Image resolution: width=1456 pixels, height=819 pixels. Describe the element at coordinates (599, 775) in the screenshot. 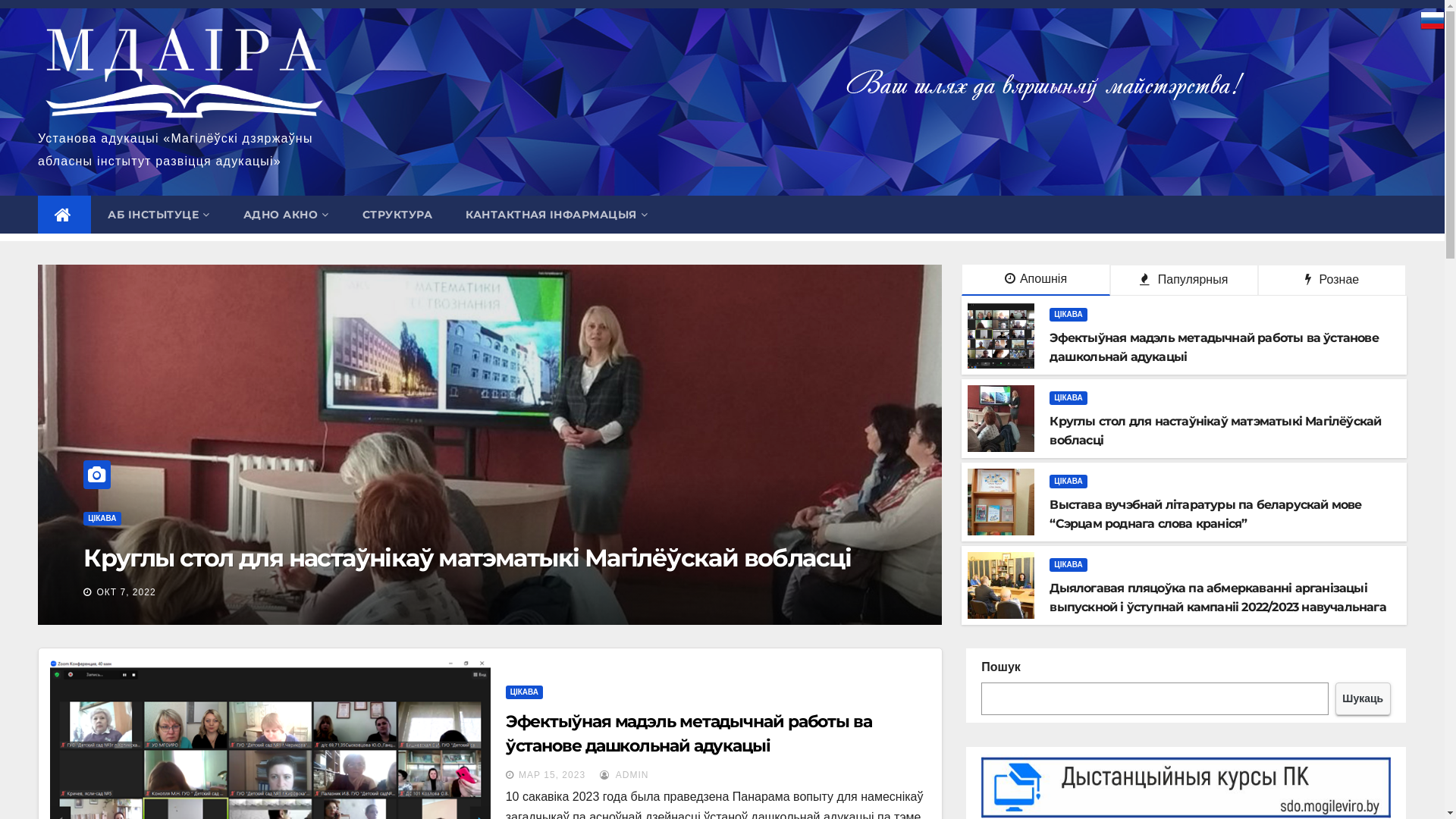

I see `'ADMIN'` at that location.